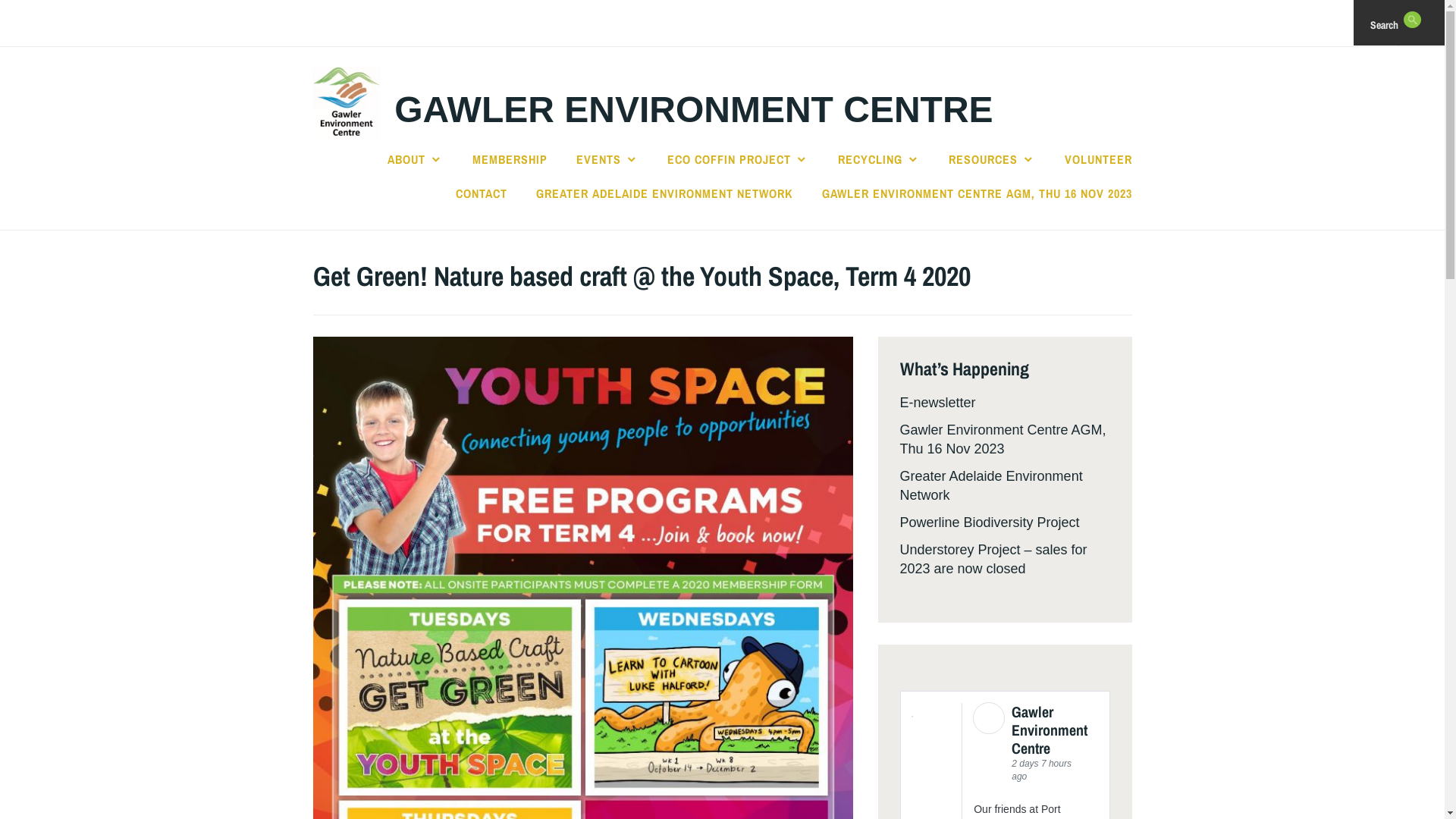  What do you see at coordinates (989, 522) in the screenshot?
I see `'Powerline Biodiversity Project'` at bounding box center [989, 522].